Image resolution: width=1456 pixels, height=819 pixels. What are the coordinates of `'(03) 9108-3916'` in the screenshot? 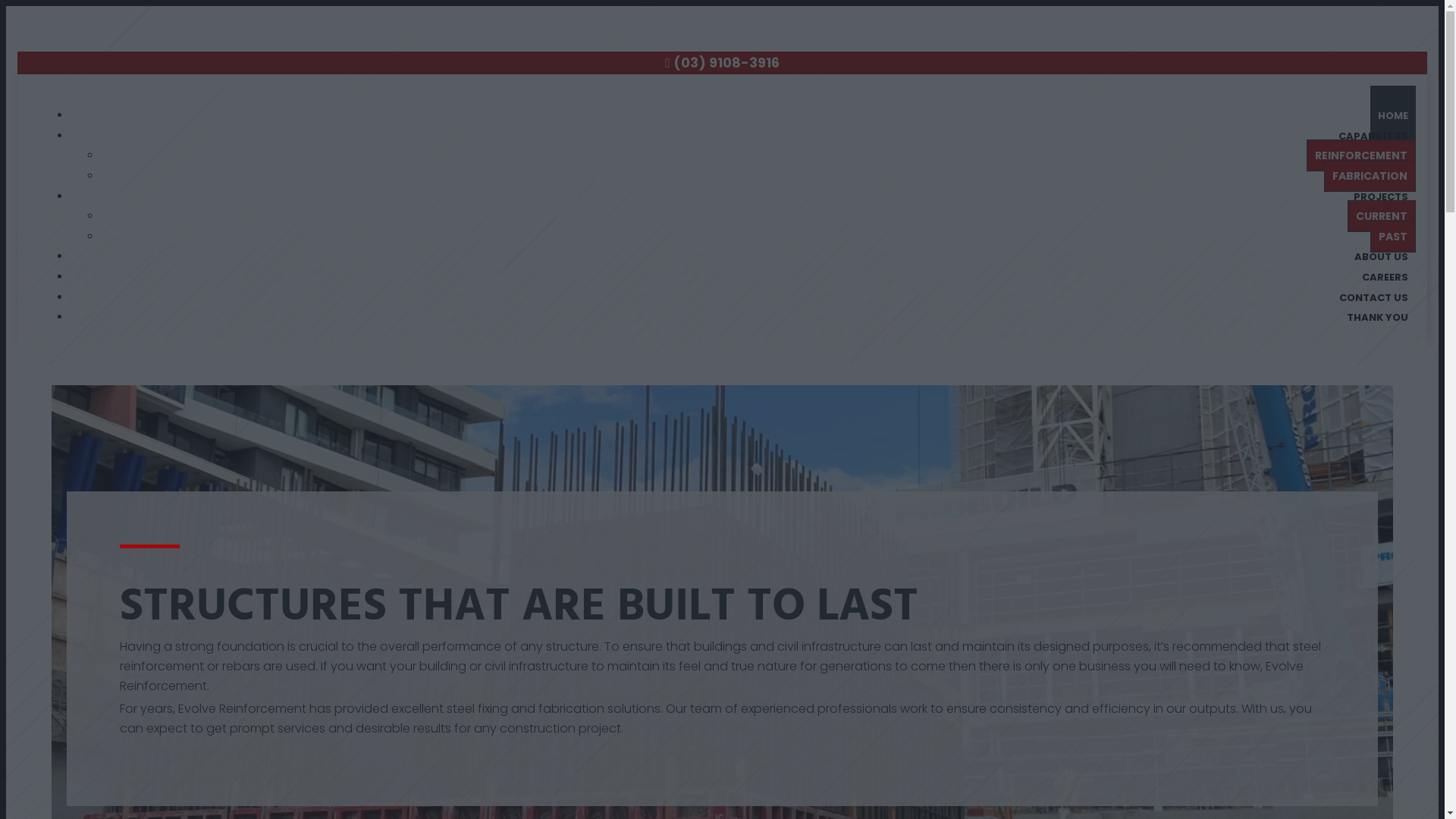 It's located at (726, 61).